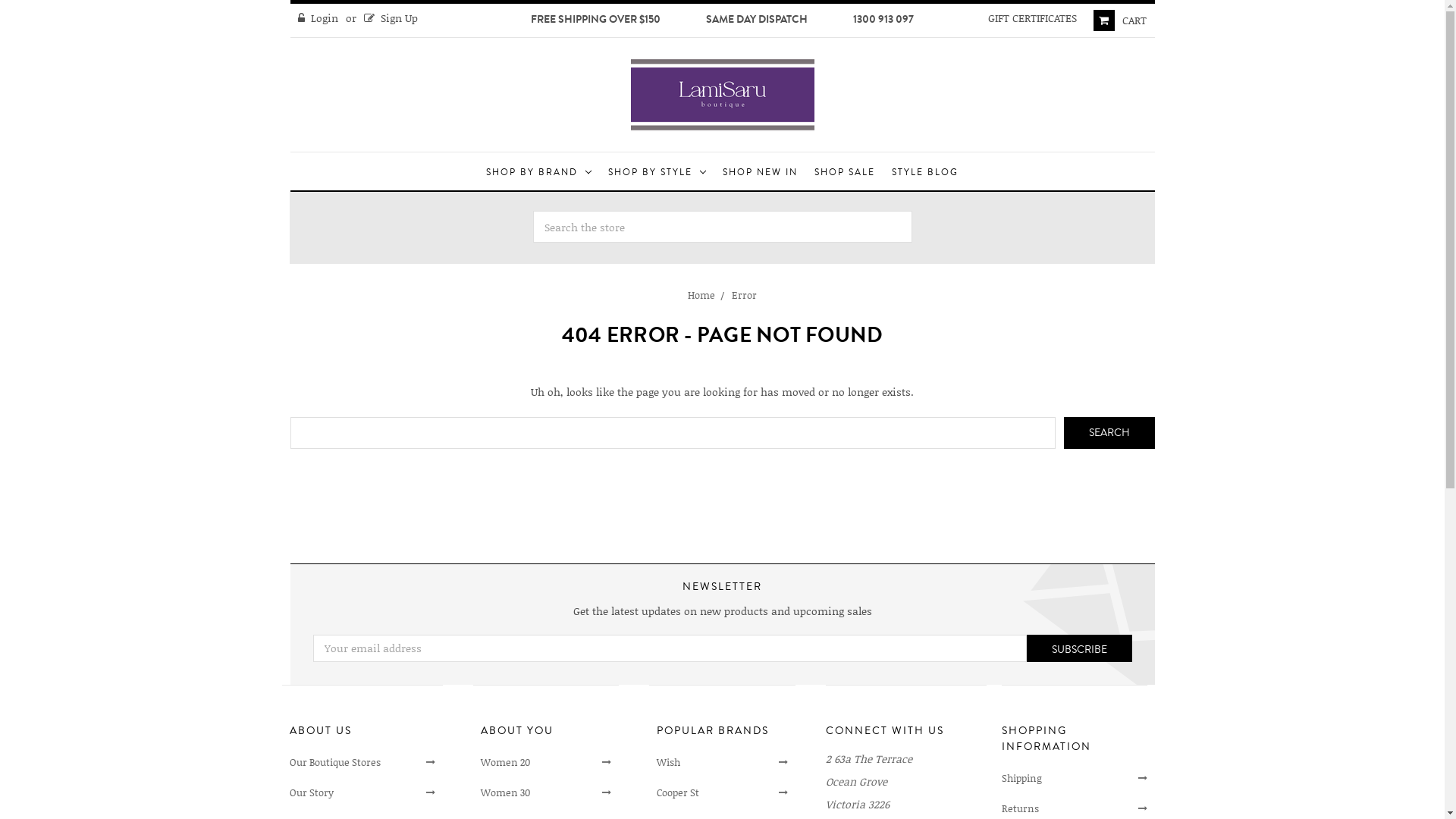  I want to click on 'CART', so click(1084, 20).